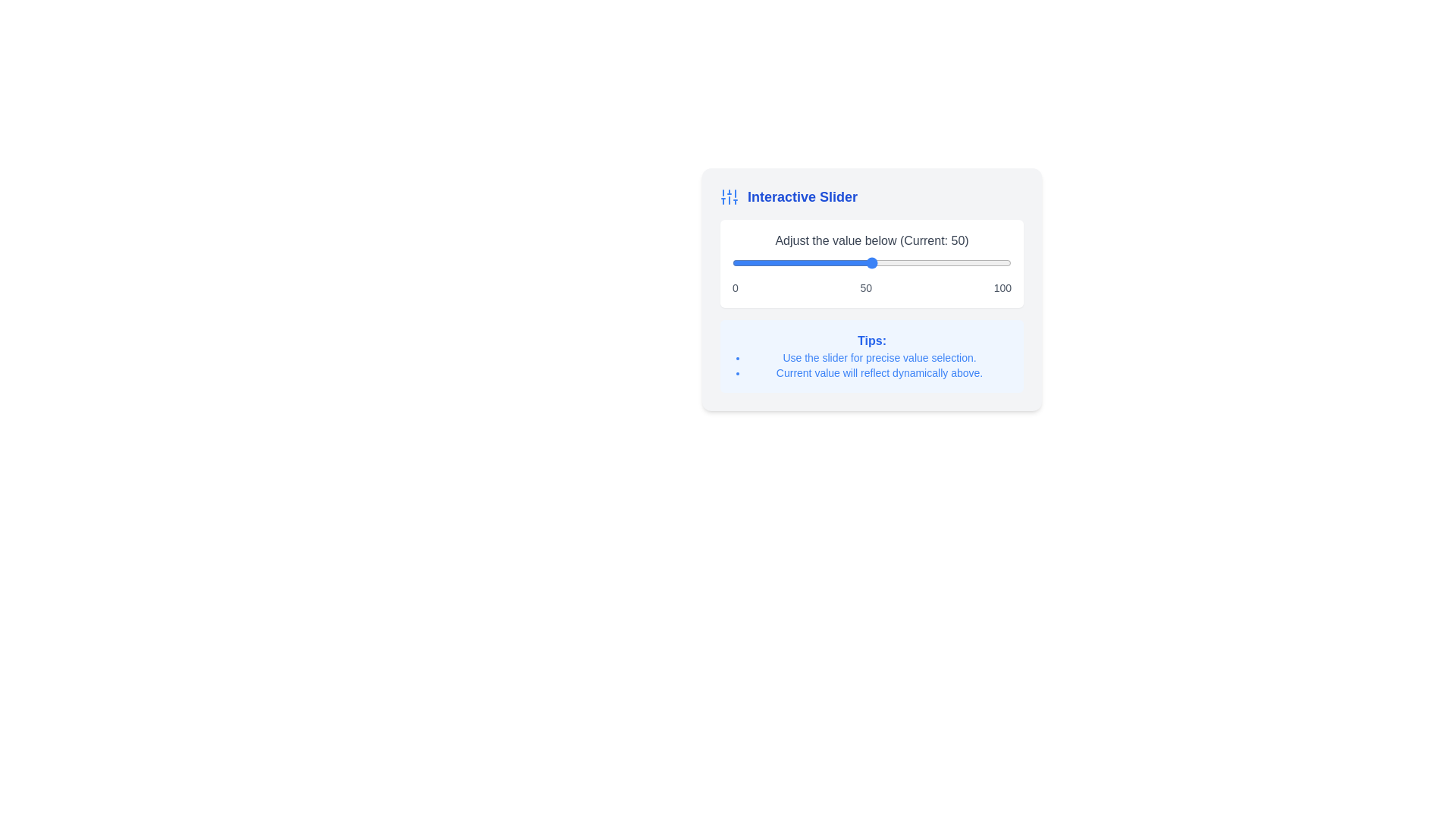  Describe the element at coordinates (913, 262) in the screenshot. I see `the slider value` at that location.